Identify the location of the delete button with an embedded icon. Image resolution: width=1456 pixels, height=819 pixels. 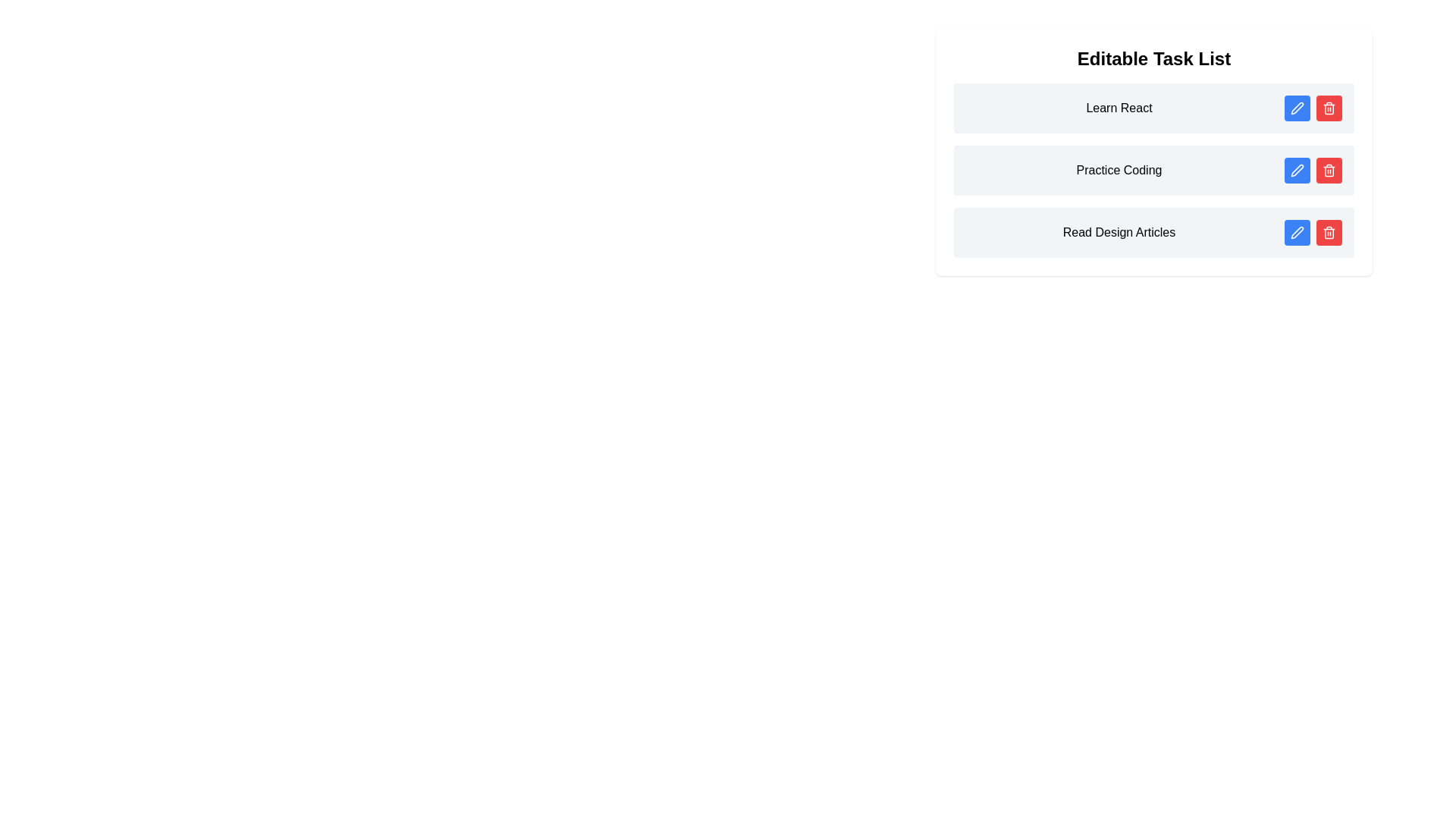
(1328, 170).